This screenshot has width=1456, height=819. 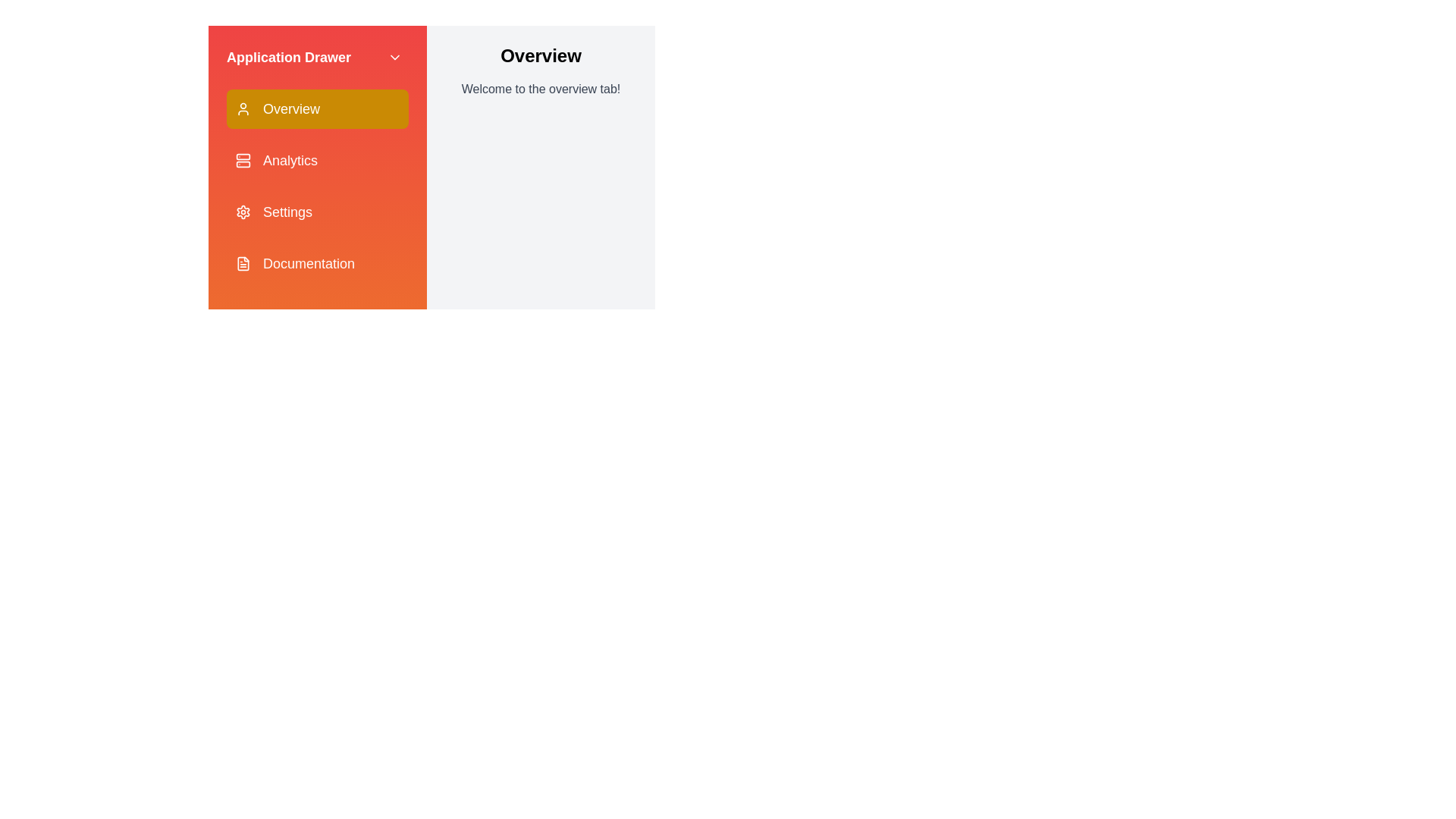 I want to click on the tab labeled Settings in the drawer to select it, so click(x=316, y=212).